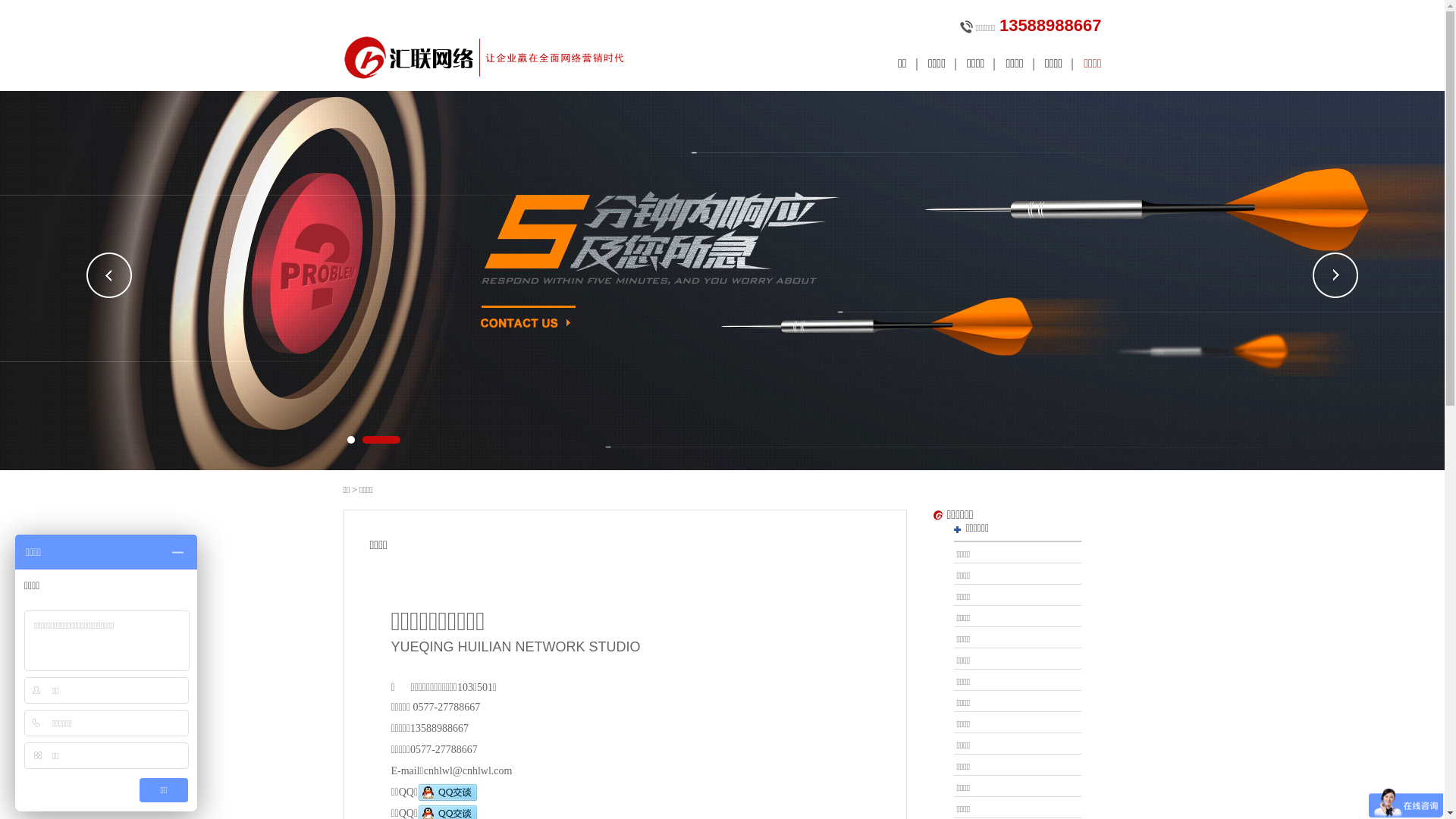 The height and width of the screenshot is (819, 1456). What do you see at coordinates (467, 770) in the screenshot?
I see `'cnhlwl@cnhlwl.com'` at bounding box center [467, 770].